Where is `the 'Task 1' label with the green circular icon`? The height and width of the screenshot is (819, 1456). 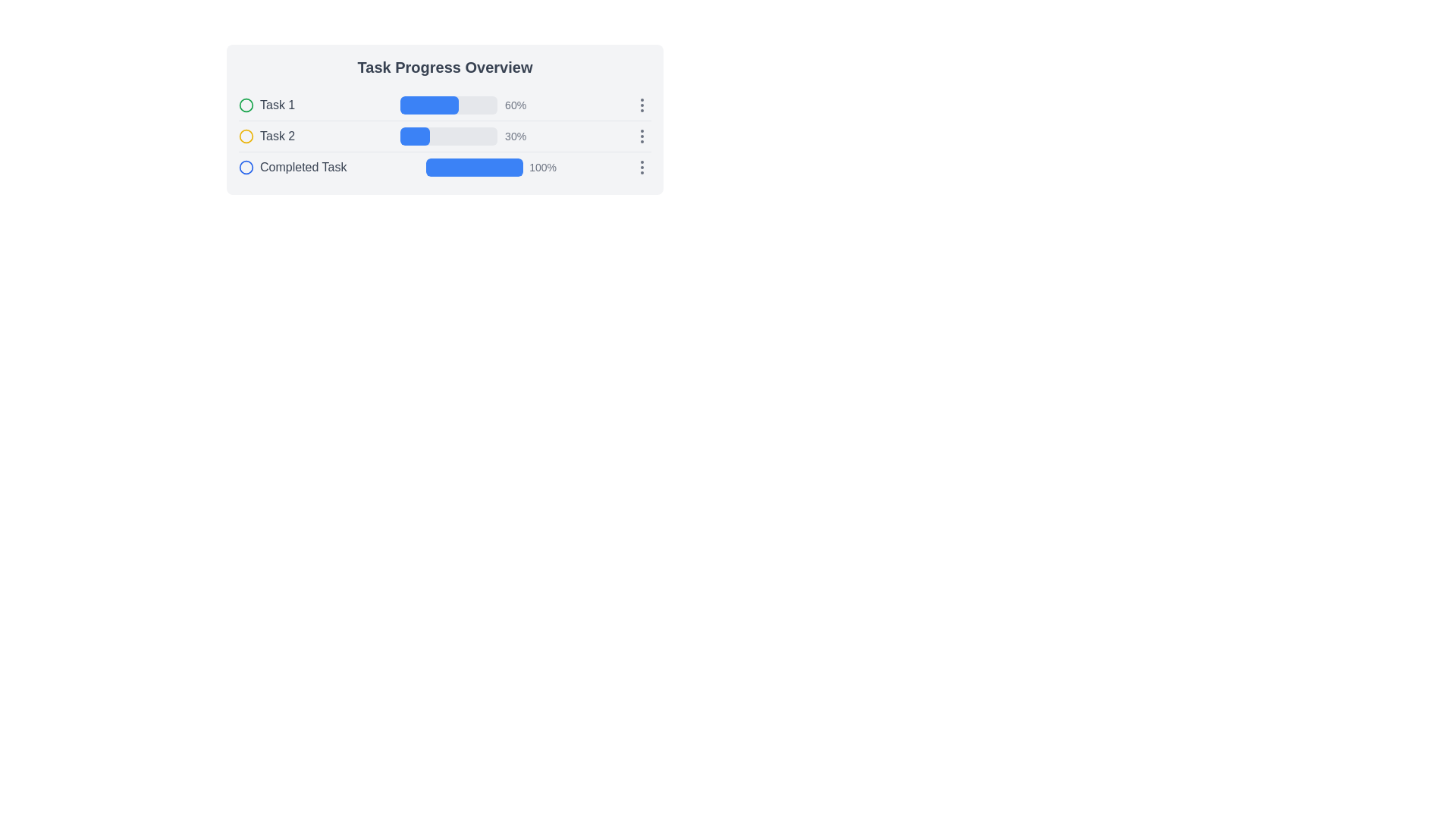
the 'Task 1' label with the green circular icon is located at coordinates (266, 104).